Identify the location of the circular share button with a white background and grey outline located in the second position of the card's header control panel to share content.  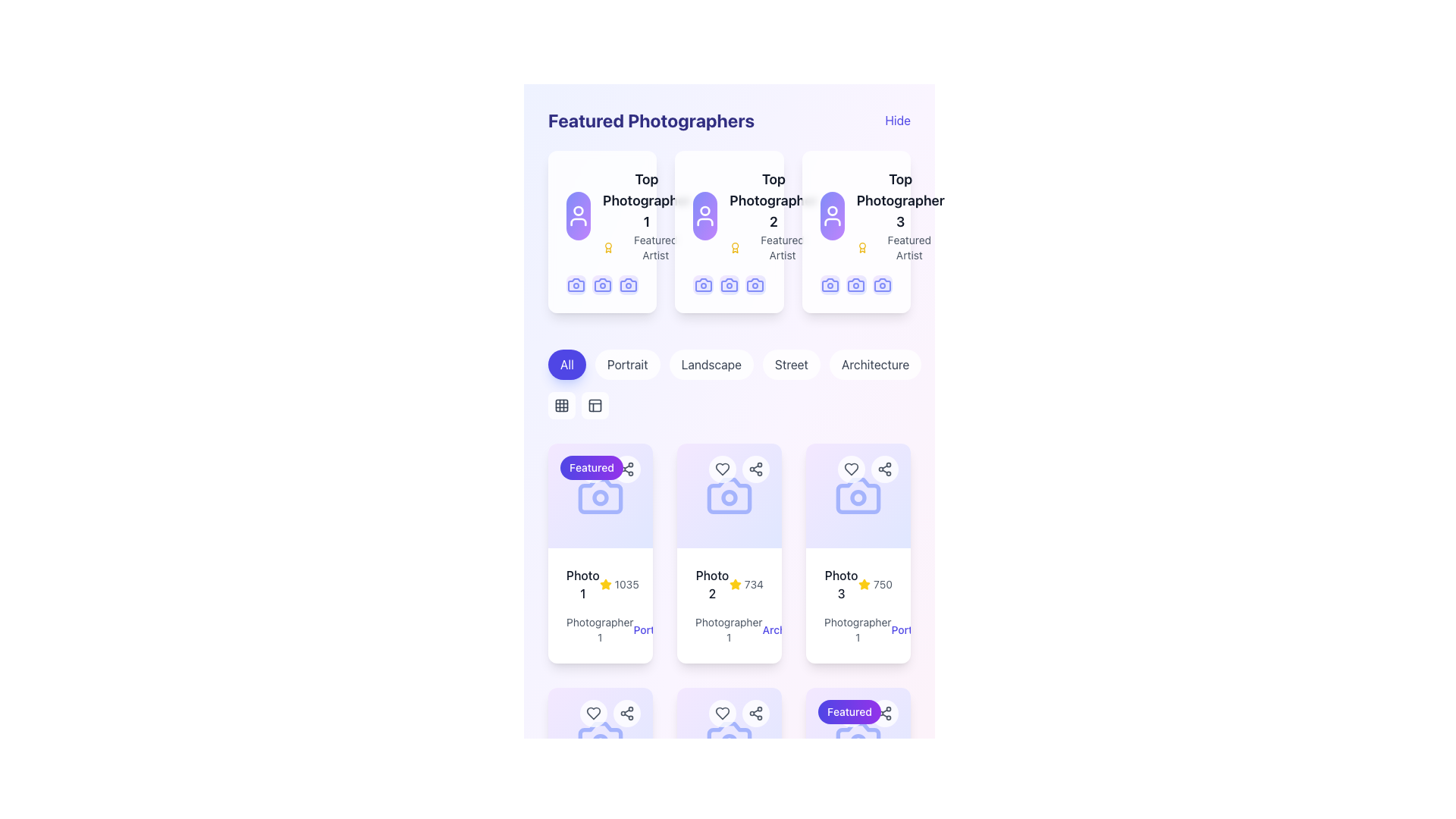
(756, 714).